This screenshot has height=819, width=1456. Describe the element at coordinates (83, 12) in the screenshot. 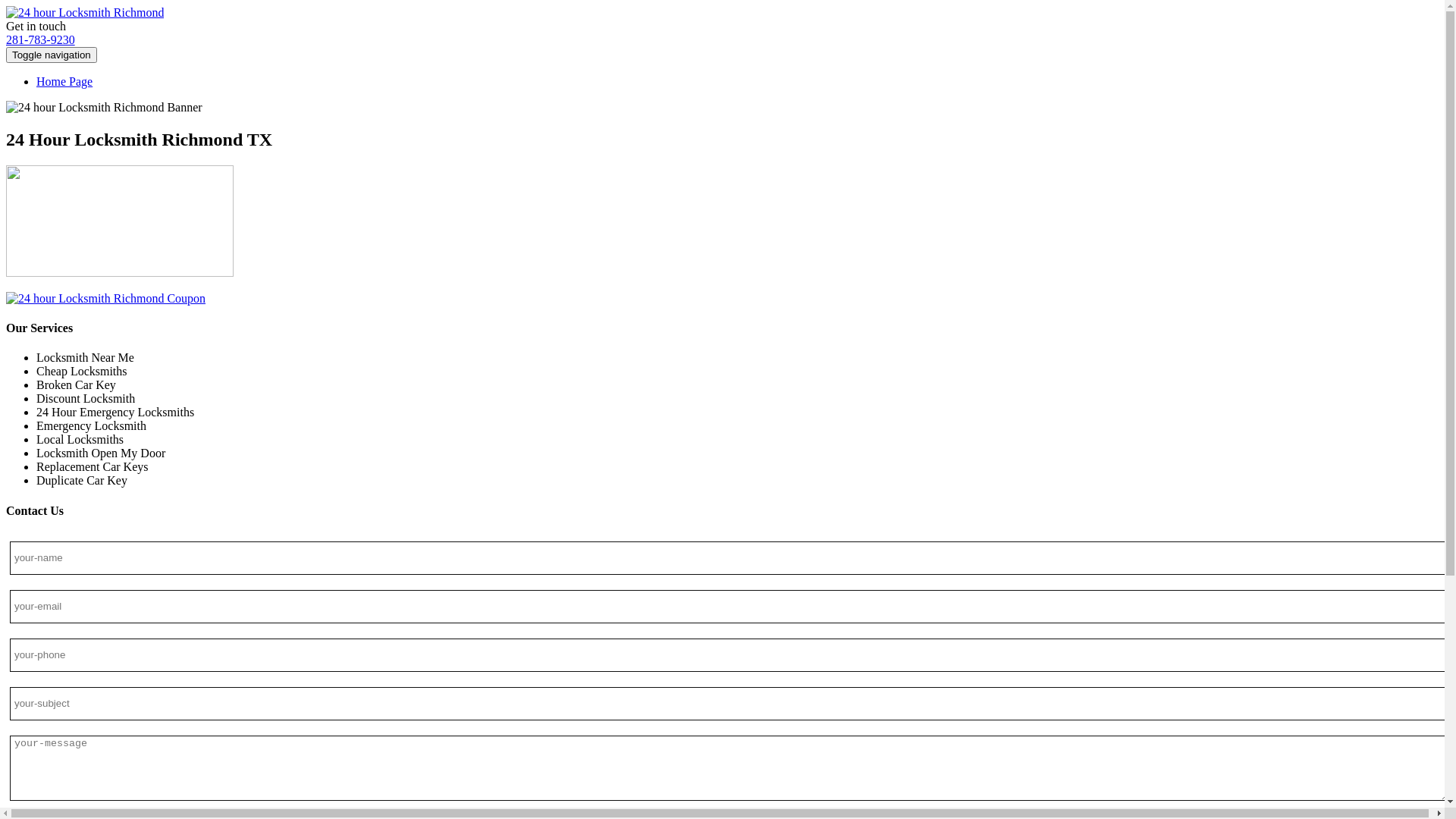

I see `'24 hour Locksmith Richmond'` at that location.